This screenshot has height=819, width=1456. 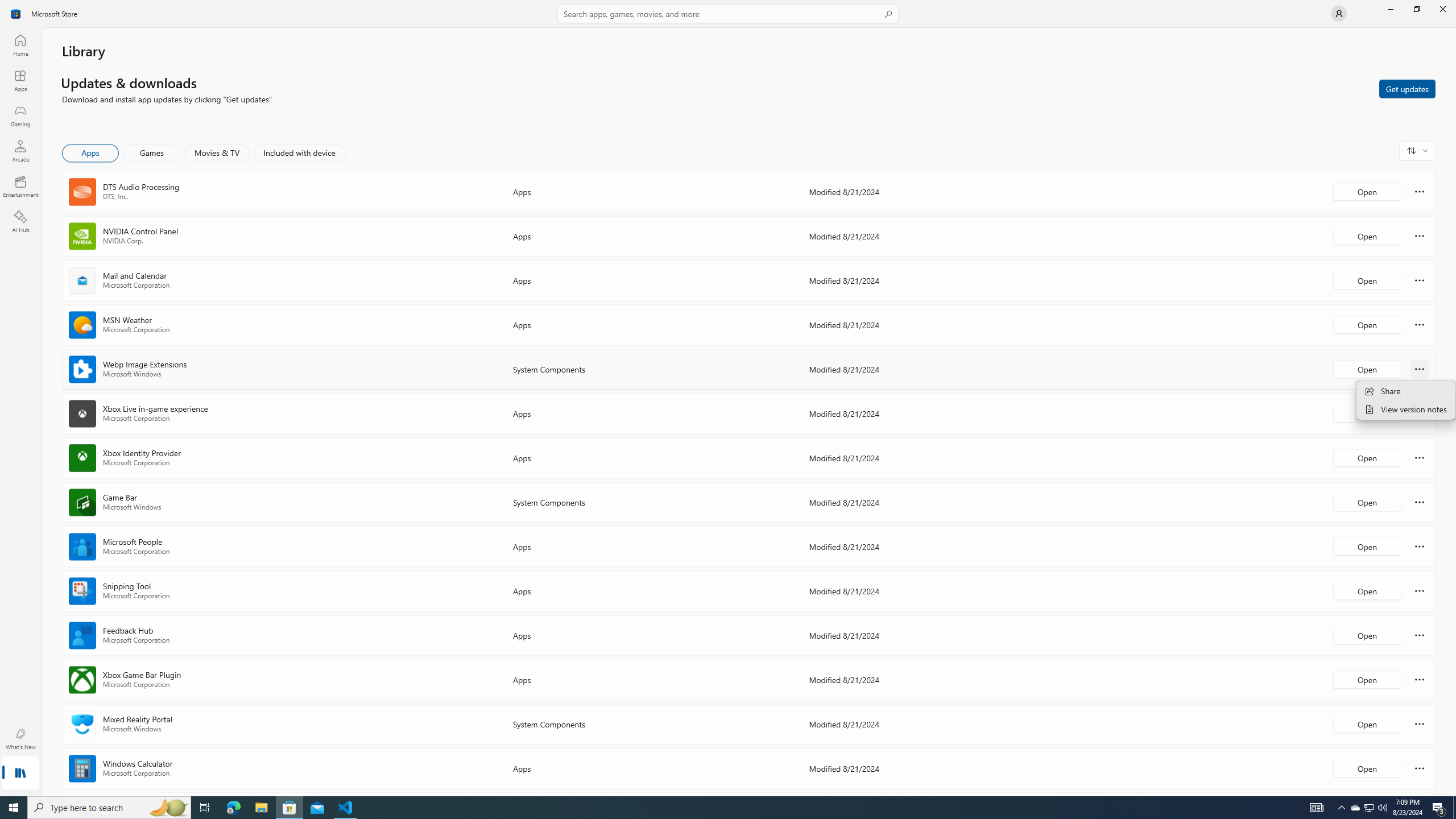 I want to click on 'Games', so click(x=151, y=152).